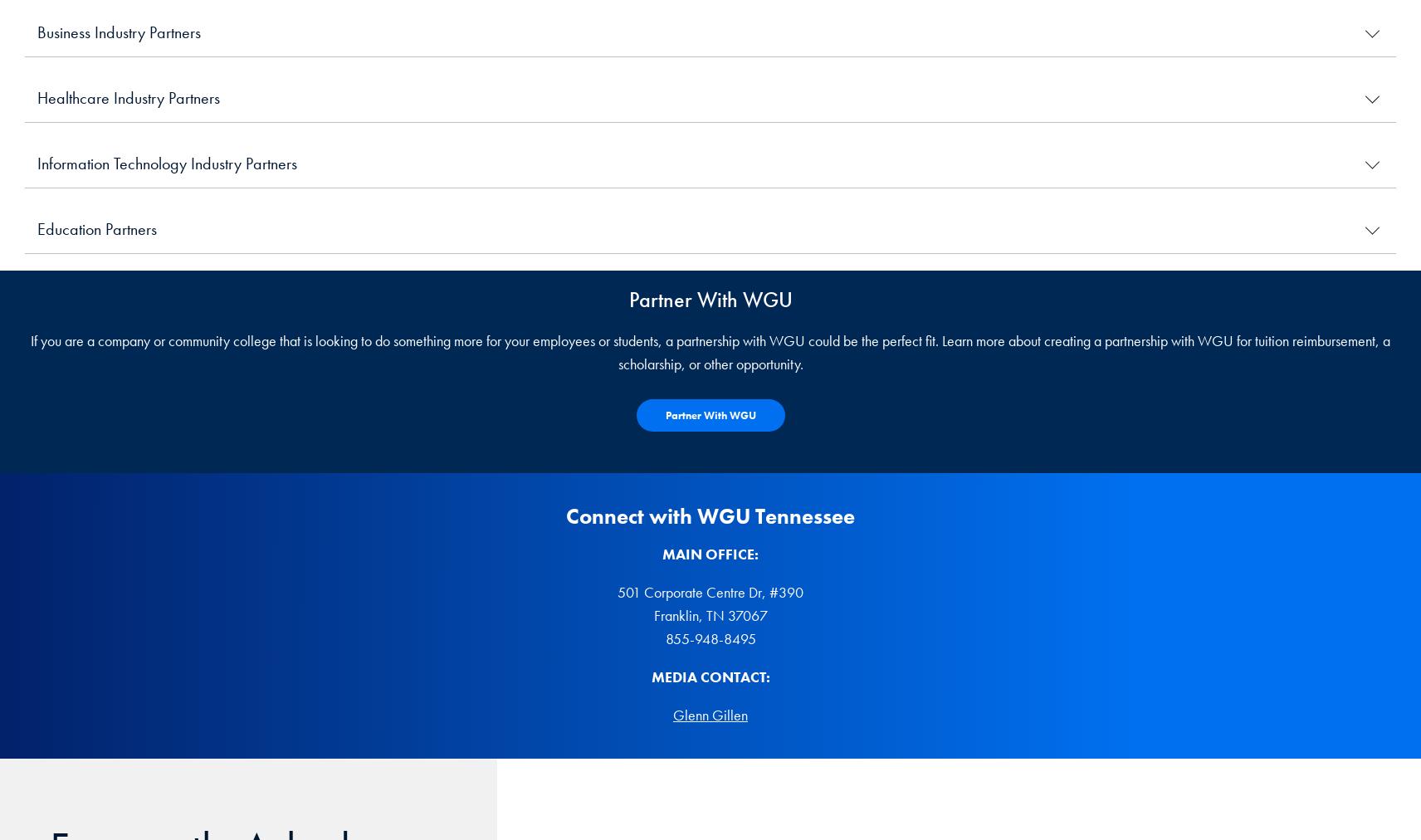  I want to click on 'Lemoyne-Owen College', so click(107, 335).